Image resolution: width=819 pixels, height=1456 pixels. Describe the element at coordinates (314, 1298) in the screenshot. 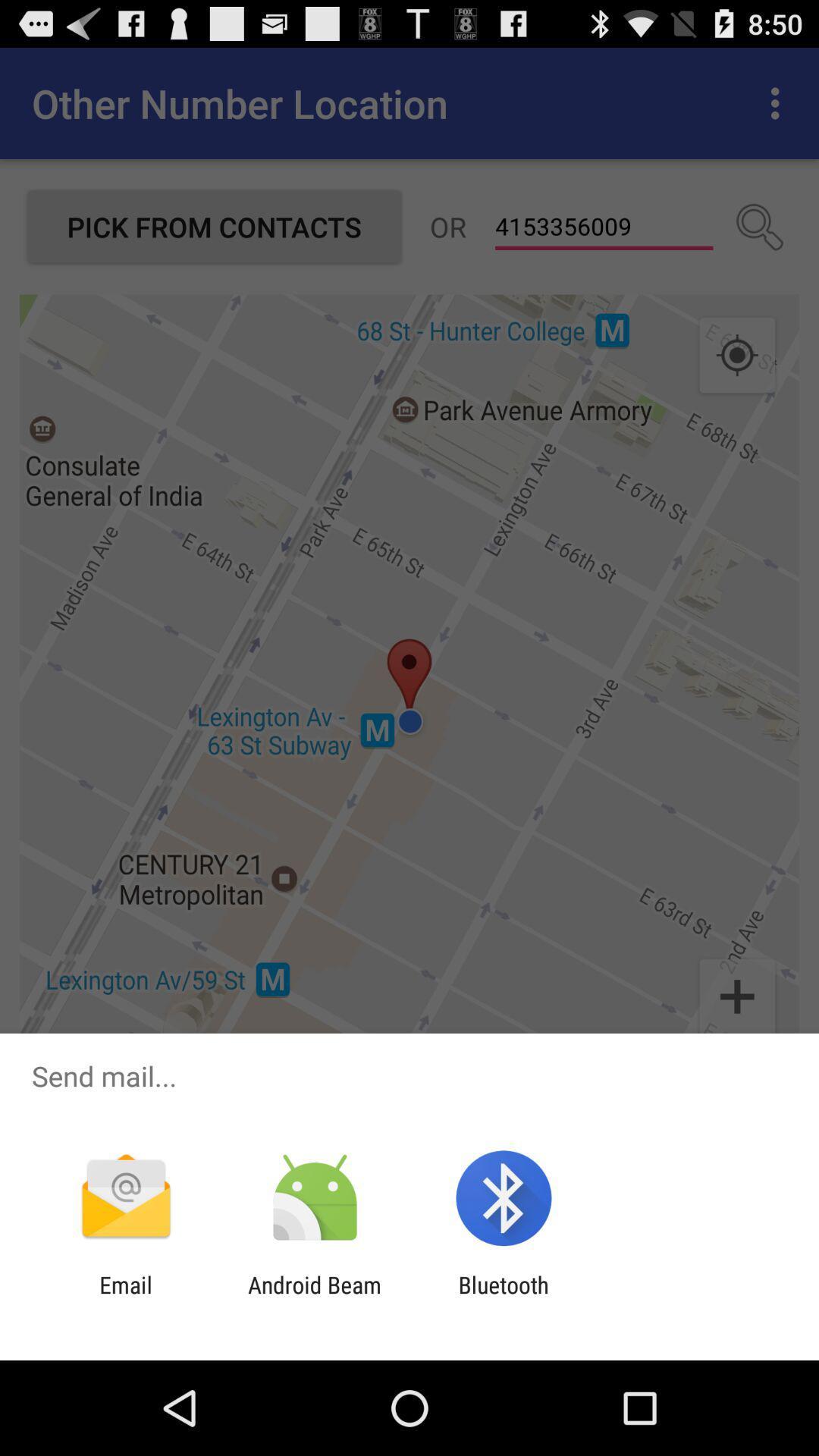

I see `the icon to the right of email app` at that location.